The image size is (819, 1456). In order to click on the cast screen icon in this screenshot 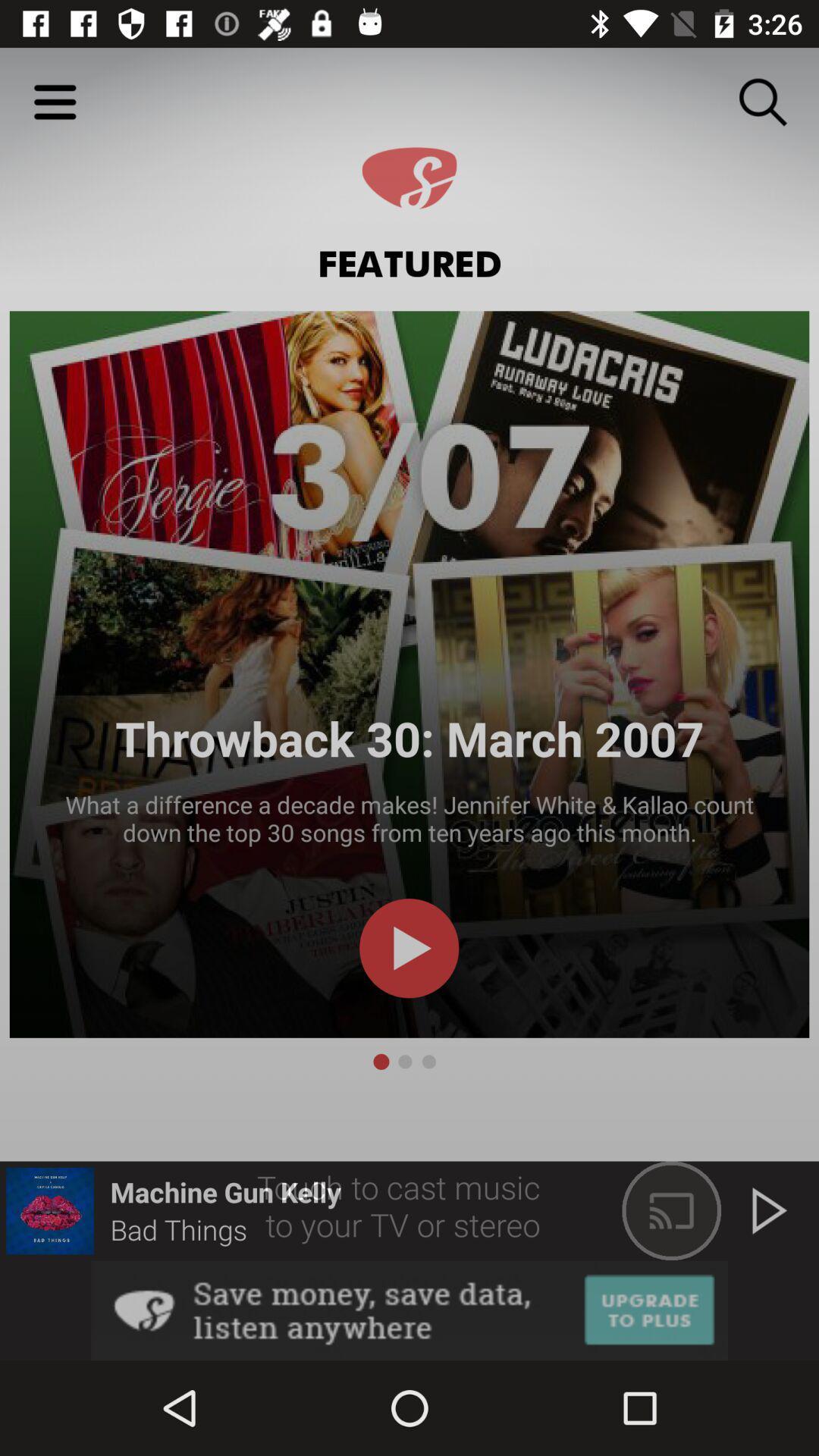, I will do `click(671, 1210)`.